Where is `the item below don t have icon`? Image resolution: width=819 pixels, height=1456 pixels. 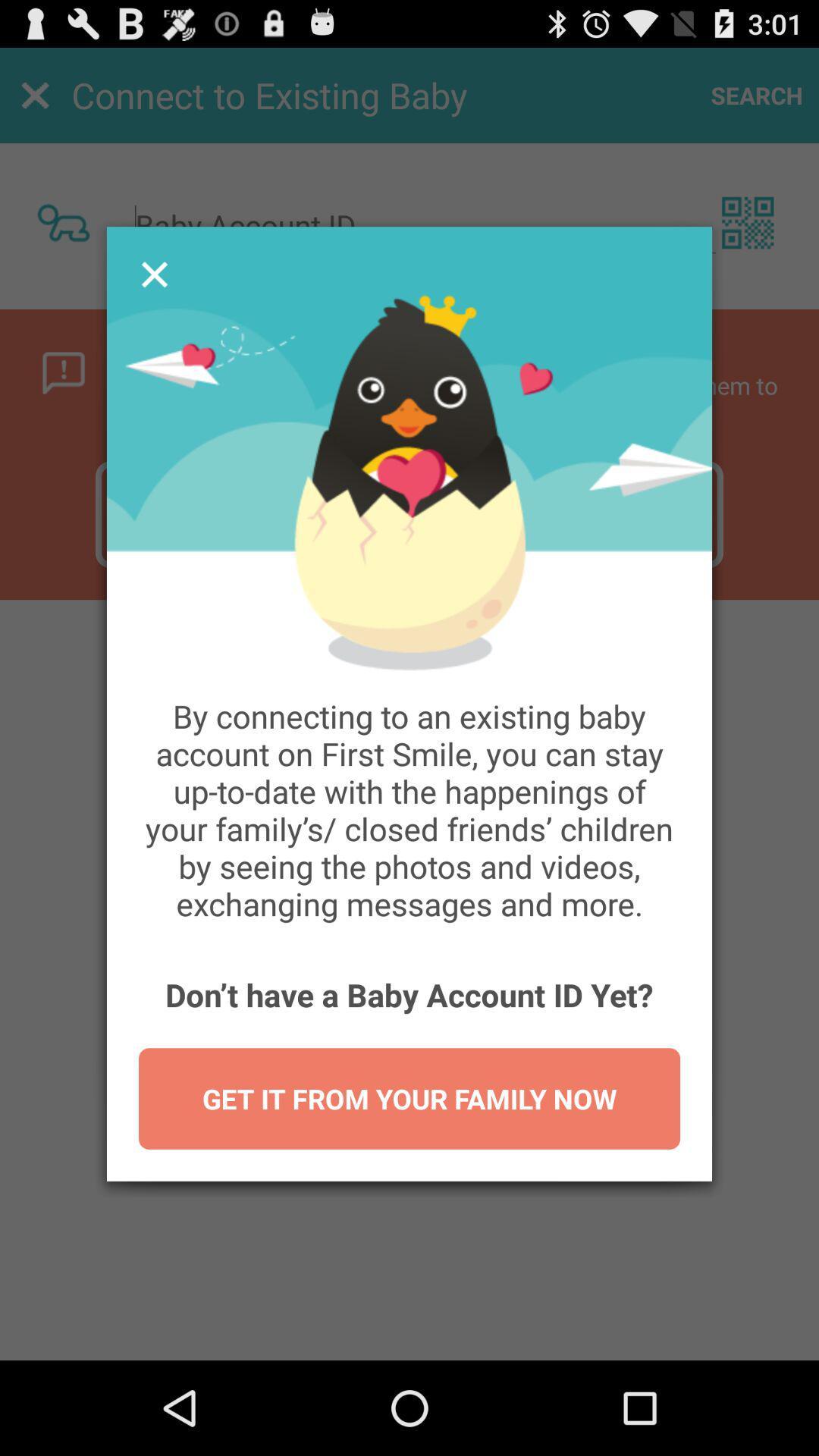 the item below don t have icon is located at coordinates (409, 1099).